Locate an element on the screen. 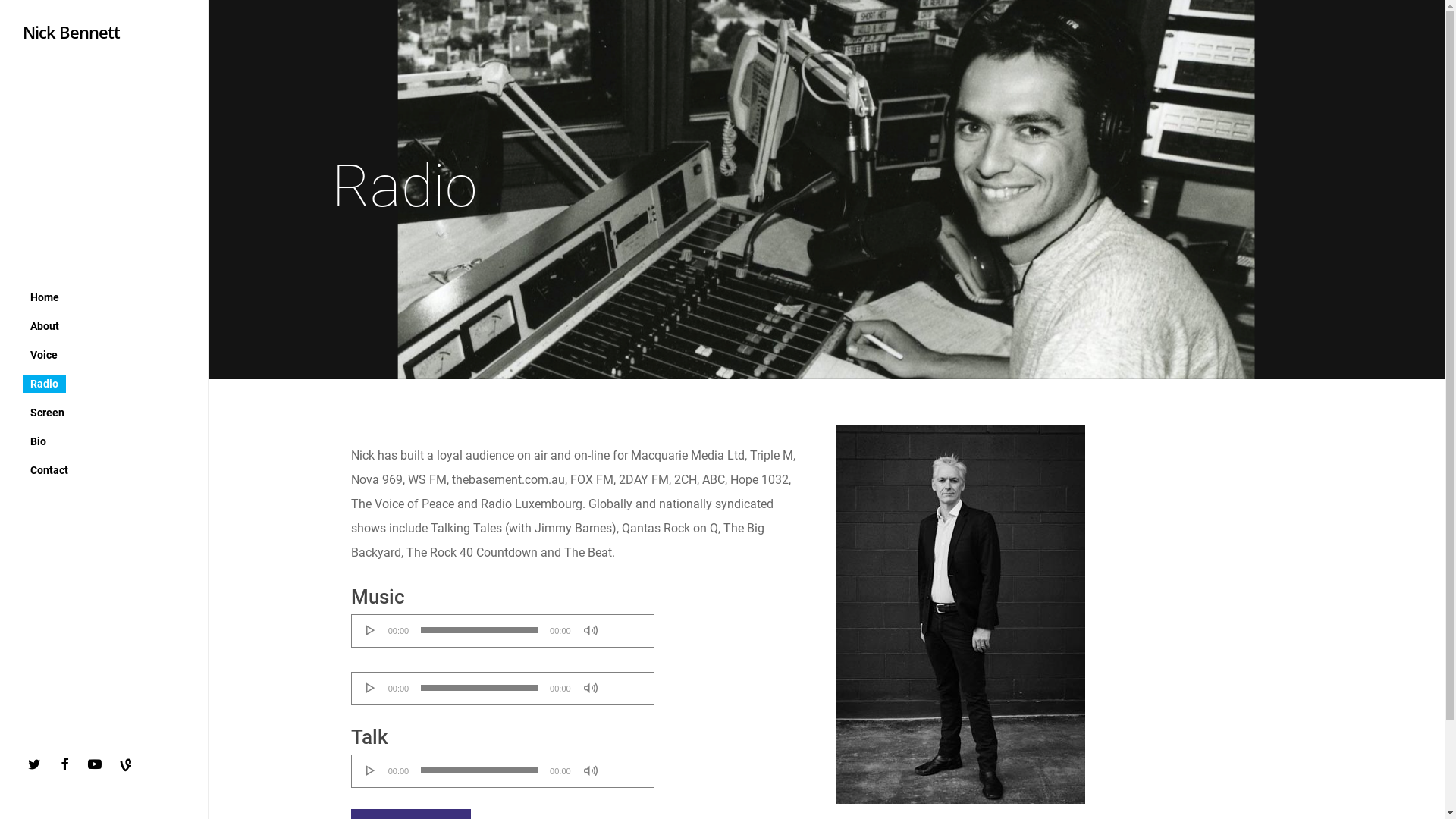 This screenshot has height=819, width=1456. 'vine' is located at coordinates (128, 766).